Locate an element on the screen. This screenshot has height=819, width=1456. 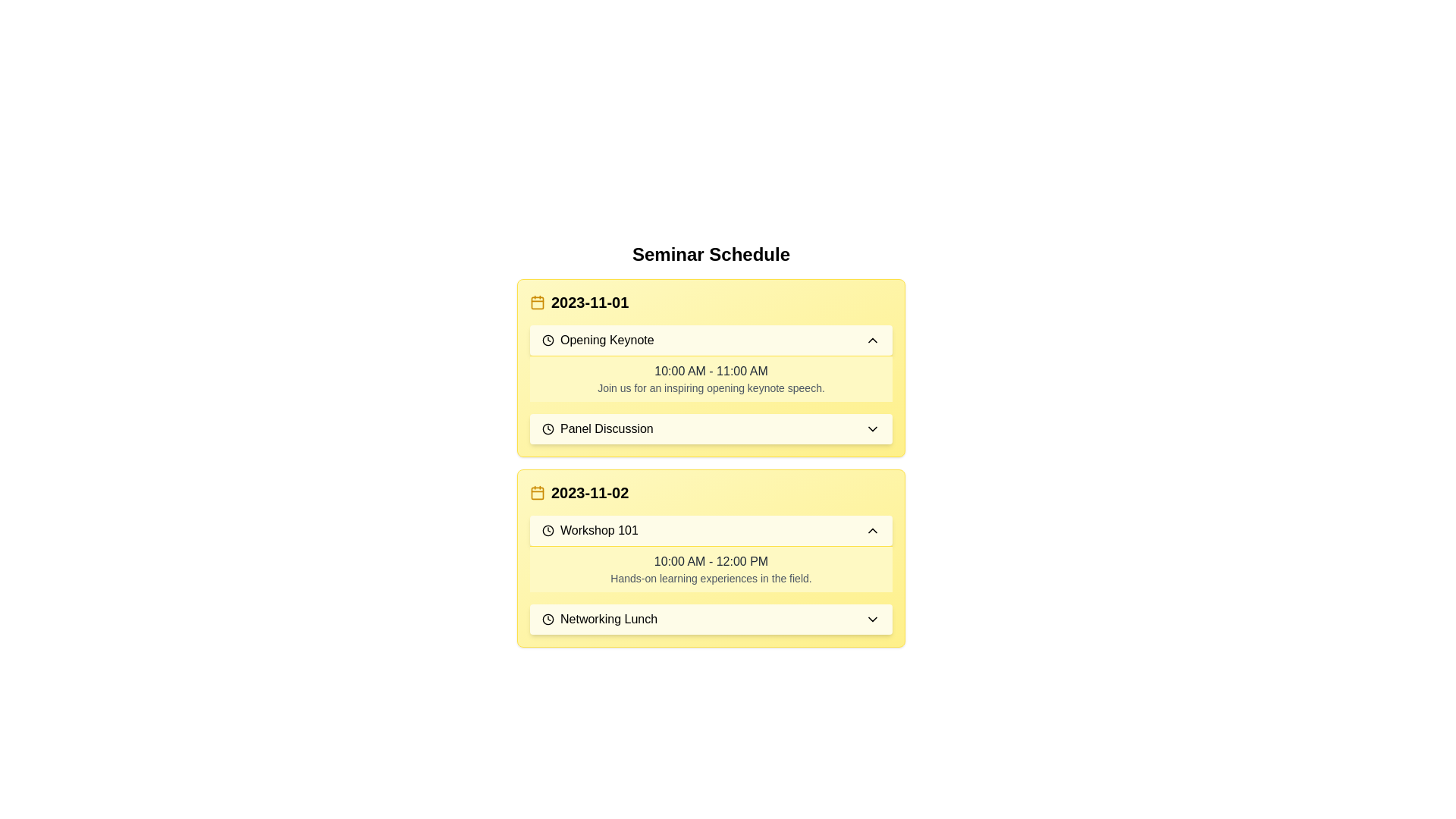
the circular clock-like icon located next to the 'Opening Keynote' text for visual indication is located at coordinates (548, 339).